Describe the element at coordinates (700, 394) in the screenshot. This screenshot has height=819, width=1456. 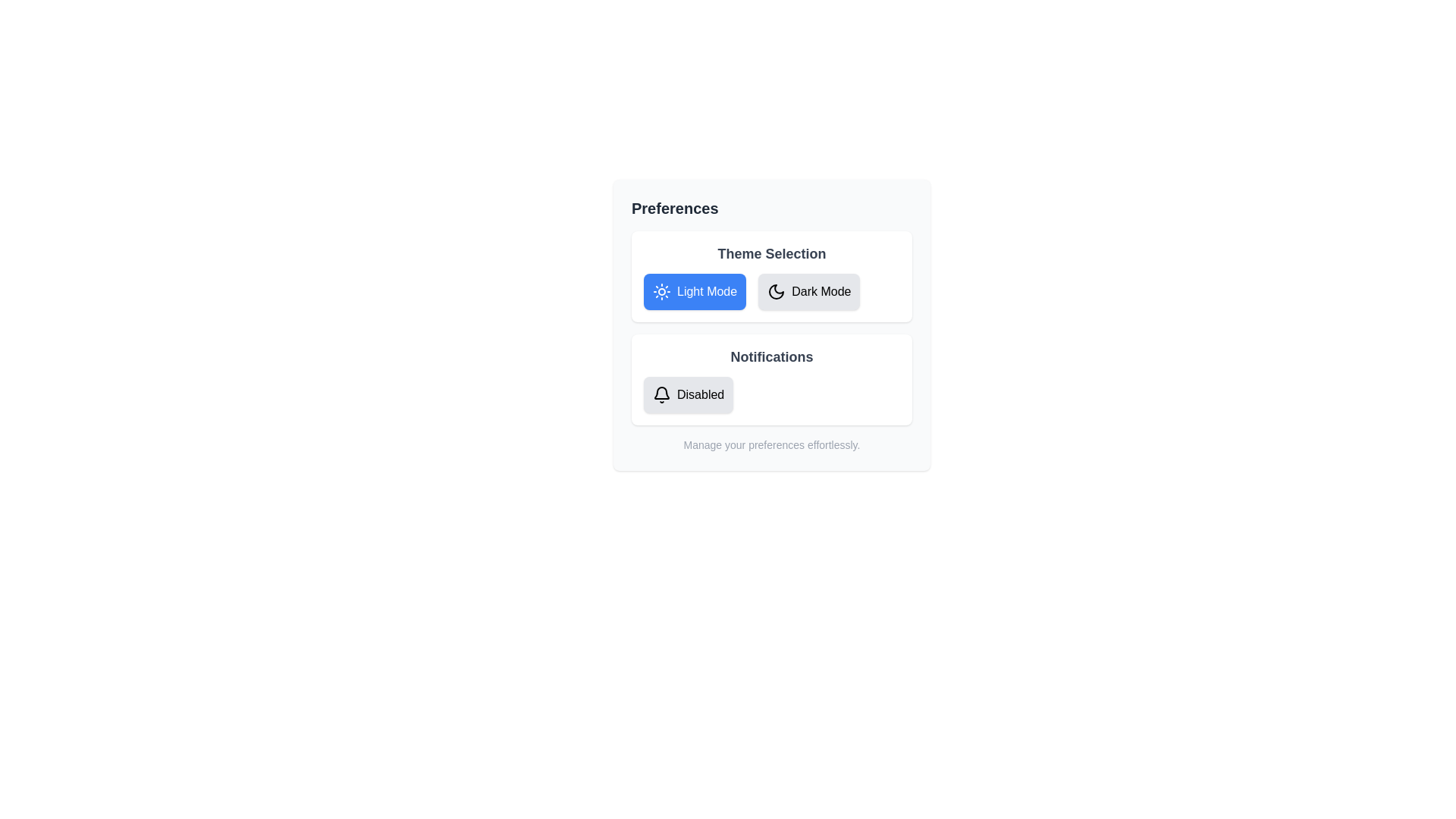
I see `the static text label displaying 'Disabled' located in the Notifications section of the Preferences interface for information access` at that location.